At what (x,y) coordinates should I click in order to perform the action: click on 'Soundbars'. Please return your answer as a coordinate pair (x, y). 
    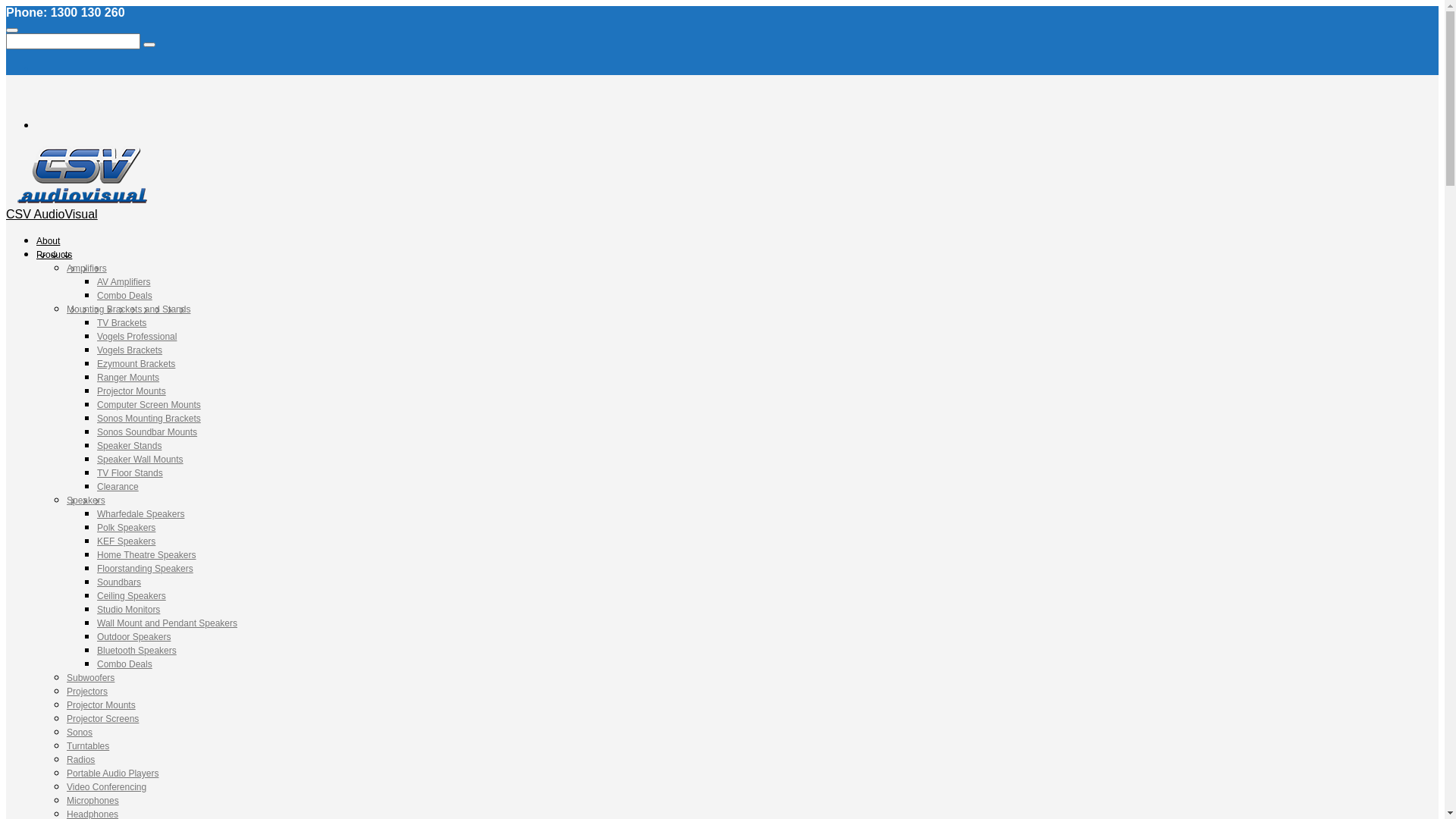
    Looking at the image, I should click on (118, 581).